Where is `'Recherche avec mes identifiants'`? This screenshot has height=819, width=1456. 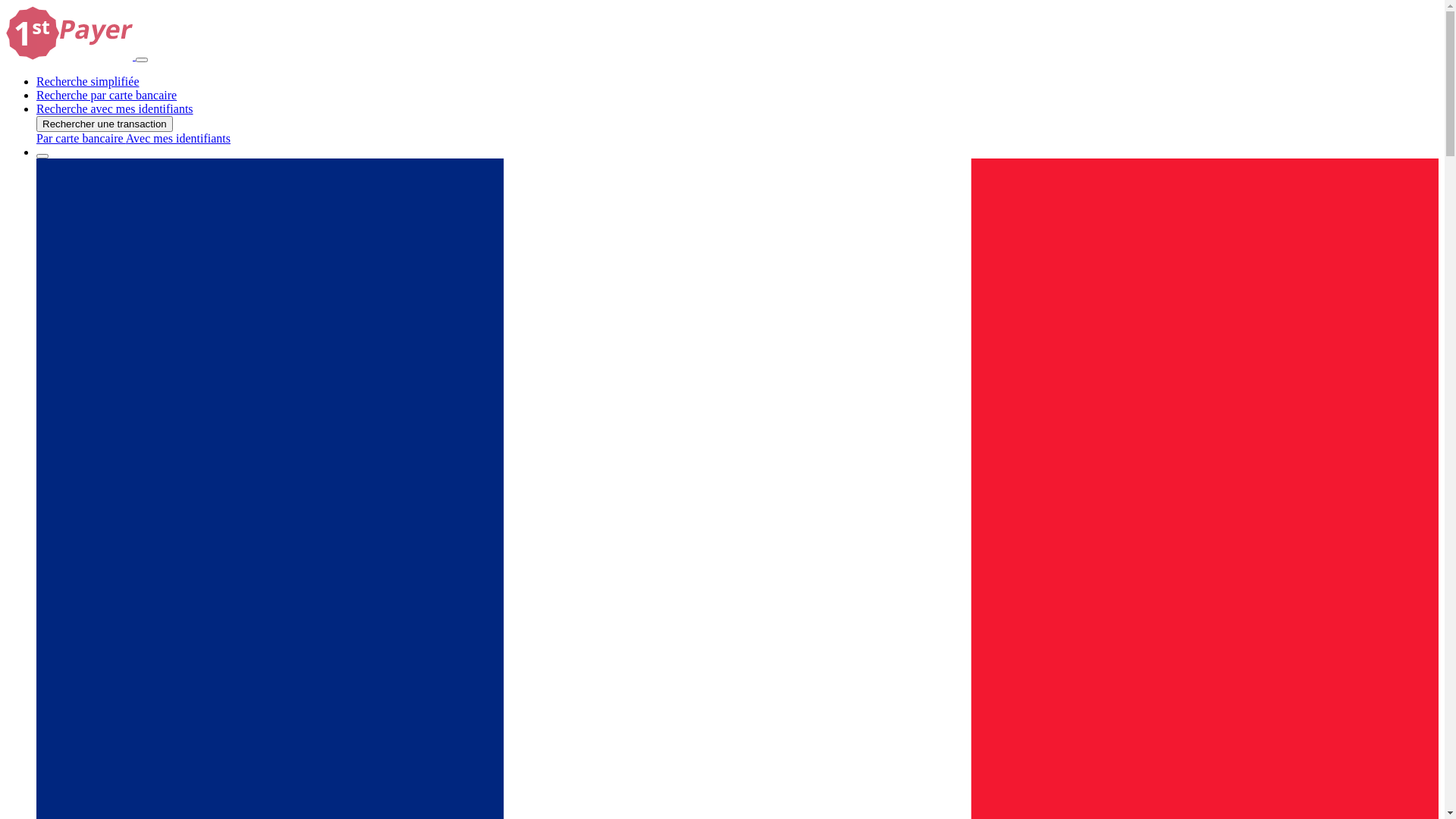
'Recherche avec mes identifiants' is located at coordinates (114, 108).